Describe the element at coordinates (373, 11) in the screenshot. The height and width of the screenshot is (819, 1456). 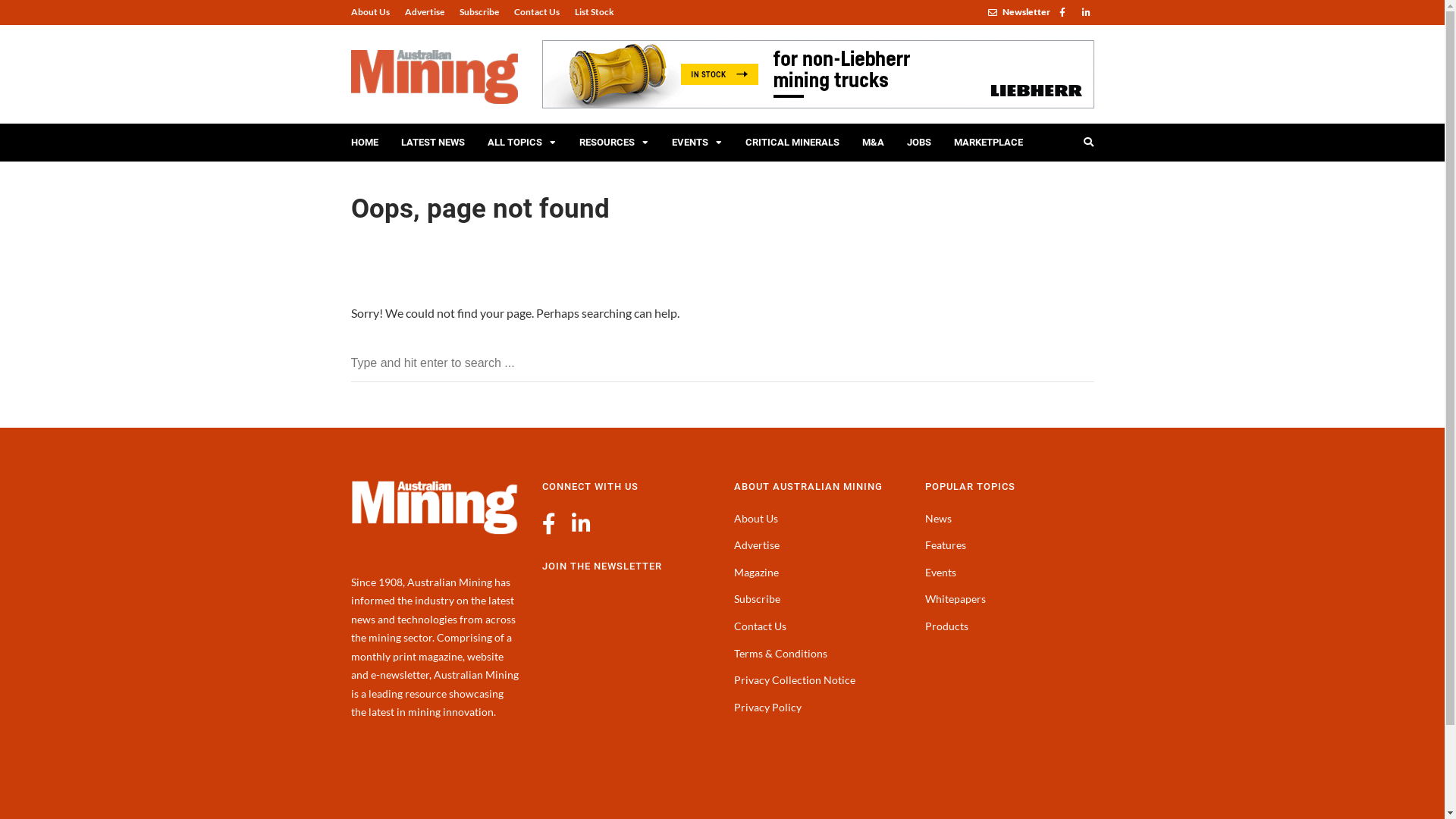
I see `'About Us'` at that location.